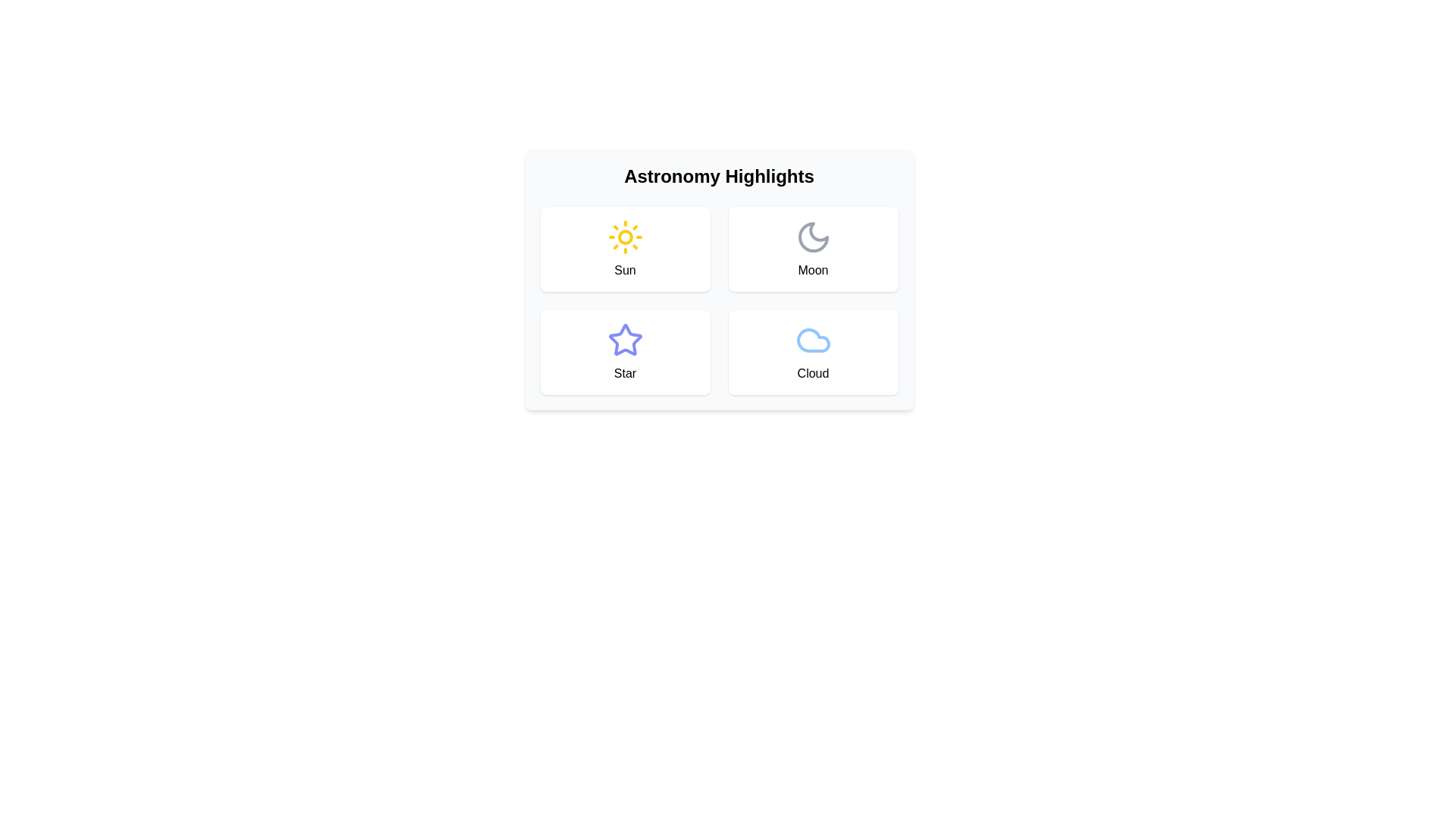  Describe the element at coordinates (812, 339) in the screenshot. I see `the cloud icon located in the bottom-right corner of the 'Astronomy Highlights' grid, which visually represents the concept of a cloud and is positioned next to the 'Star' section` at that location.